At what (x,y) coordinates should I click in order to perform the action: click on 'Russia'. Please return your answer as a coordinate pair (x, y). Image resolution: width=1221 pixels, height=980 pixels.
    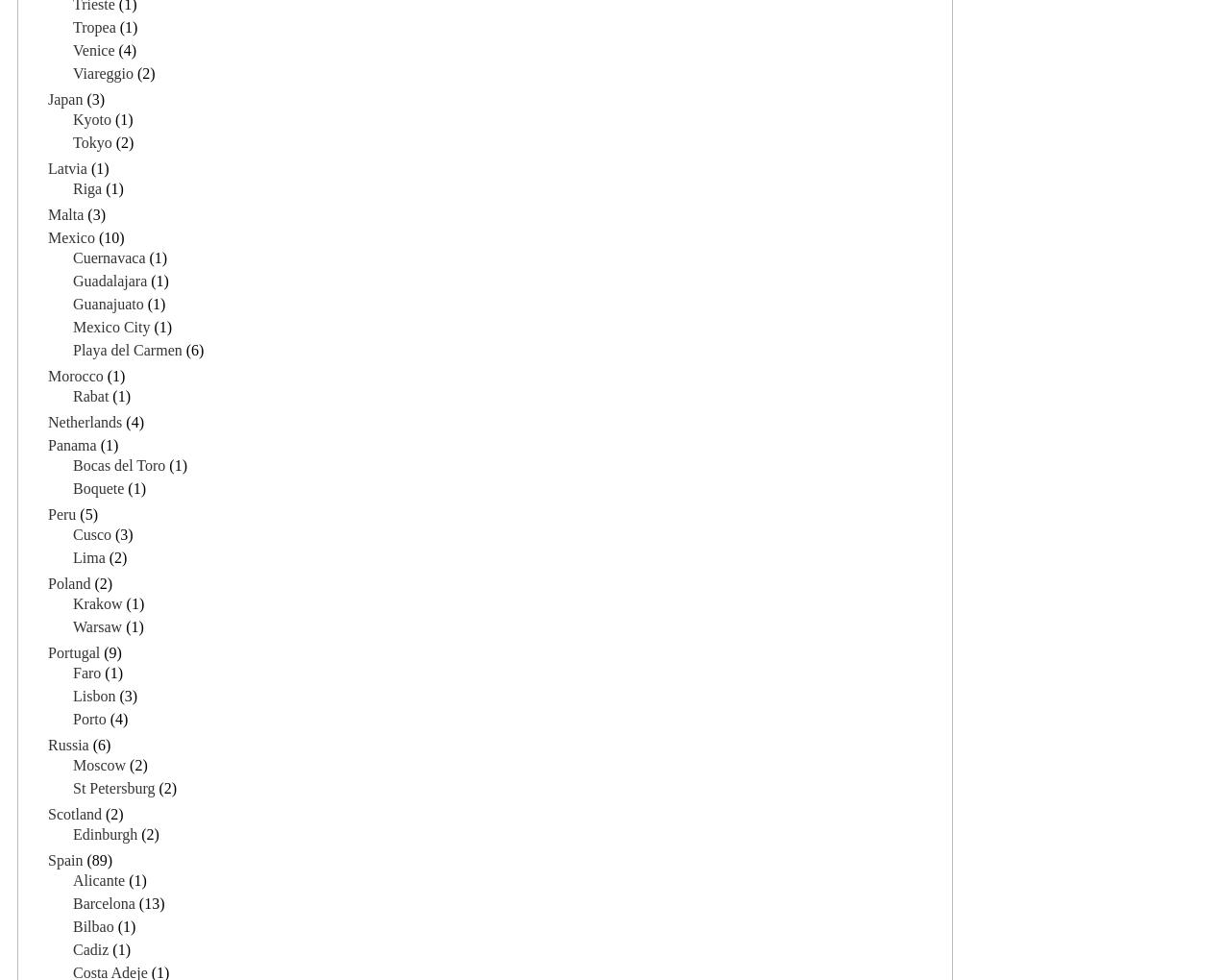
    Looking at the image, I should click on (68, 743).